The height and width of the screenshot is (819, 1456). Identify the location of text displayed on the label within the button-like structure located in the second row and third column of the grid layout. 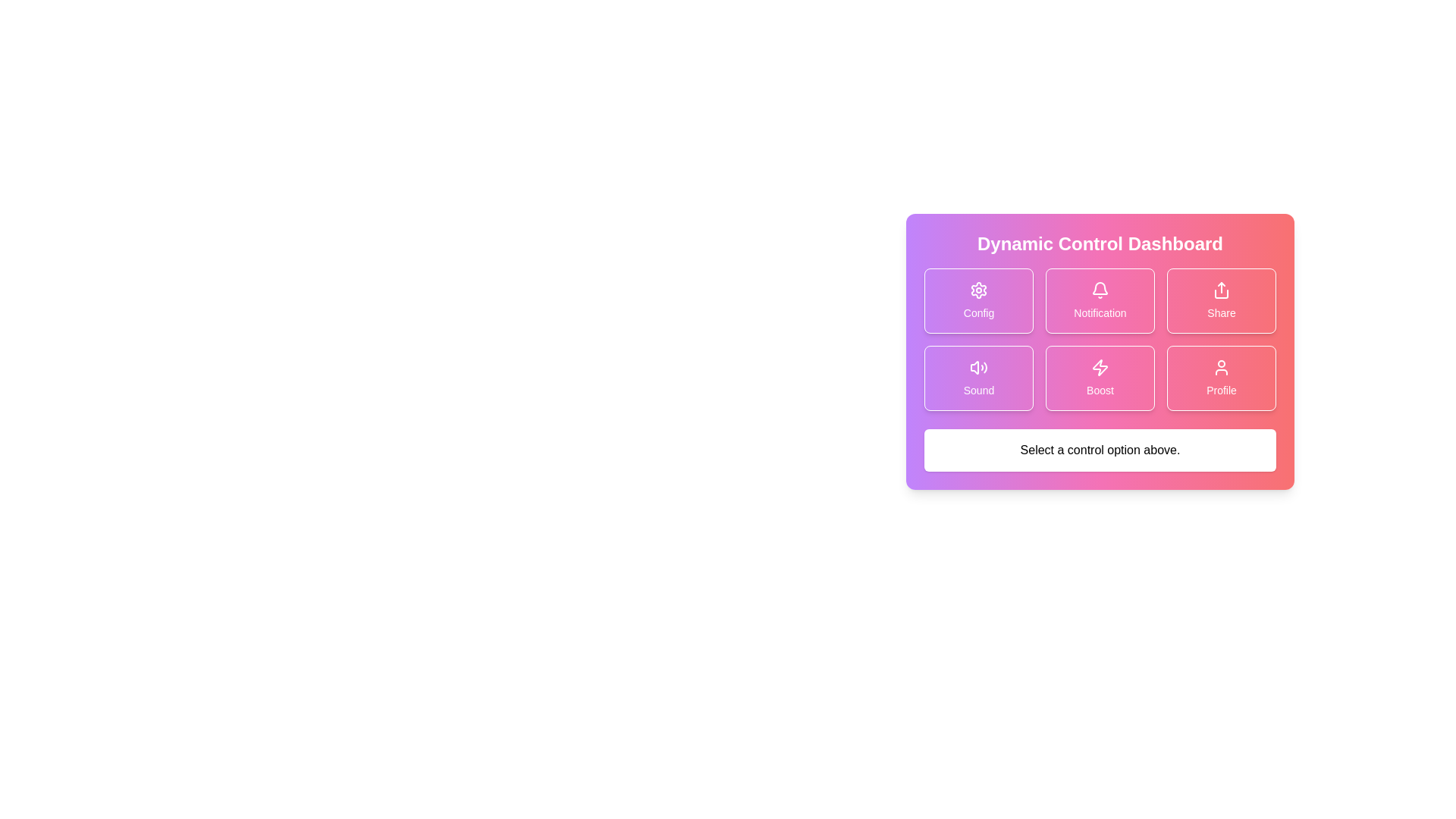
(1100, 390).